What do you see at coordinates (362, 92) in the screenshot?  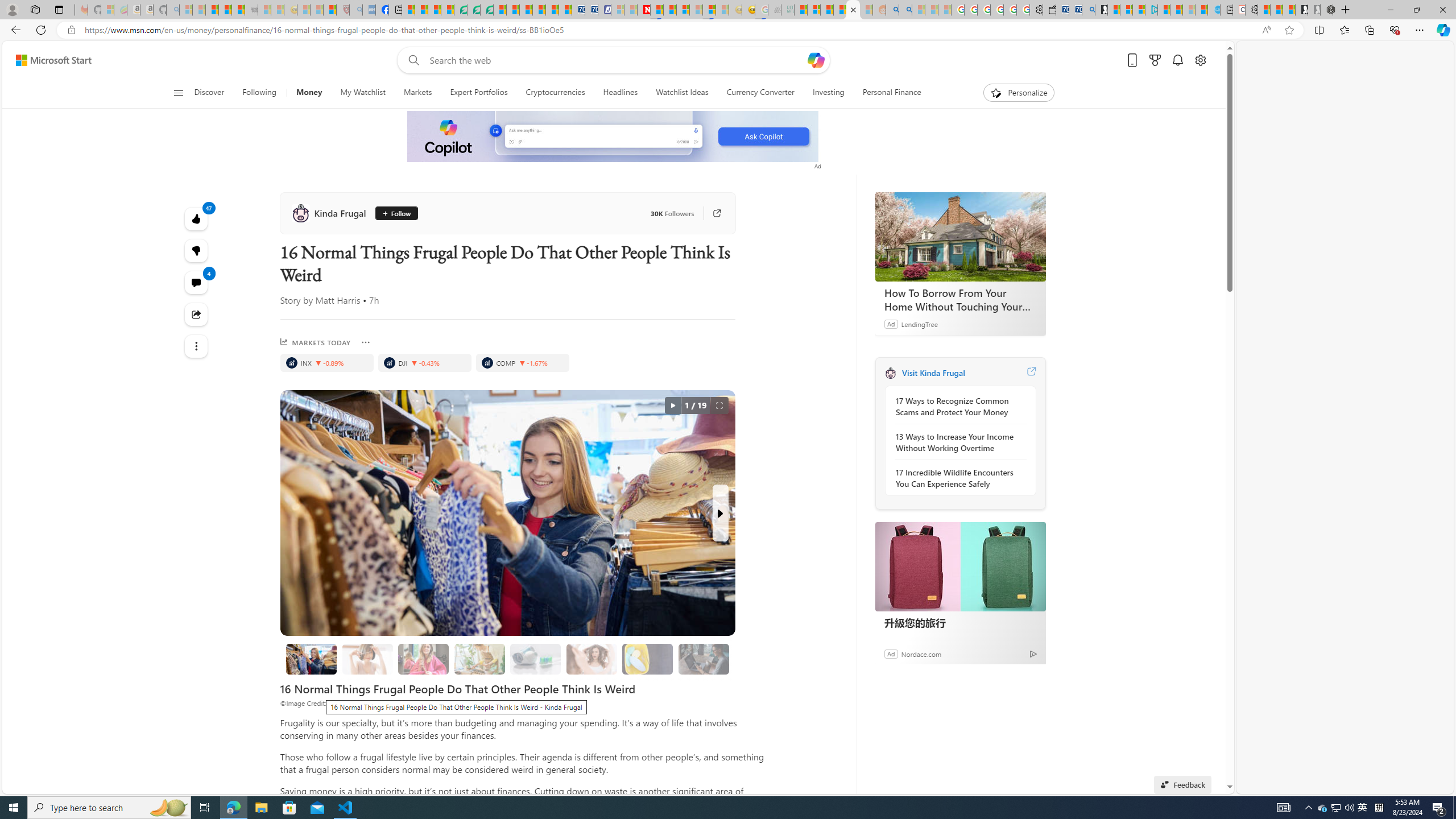 I see `'My Watchlist'` at bounding box center [362, 92].